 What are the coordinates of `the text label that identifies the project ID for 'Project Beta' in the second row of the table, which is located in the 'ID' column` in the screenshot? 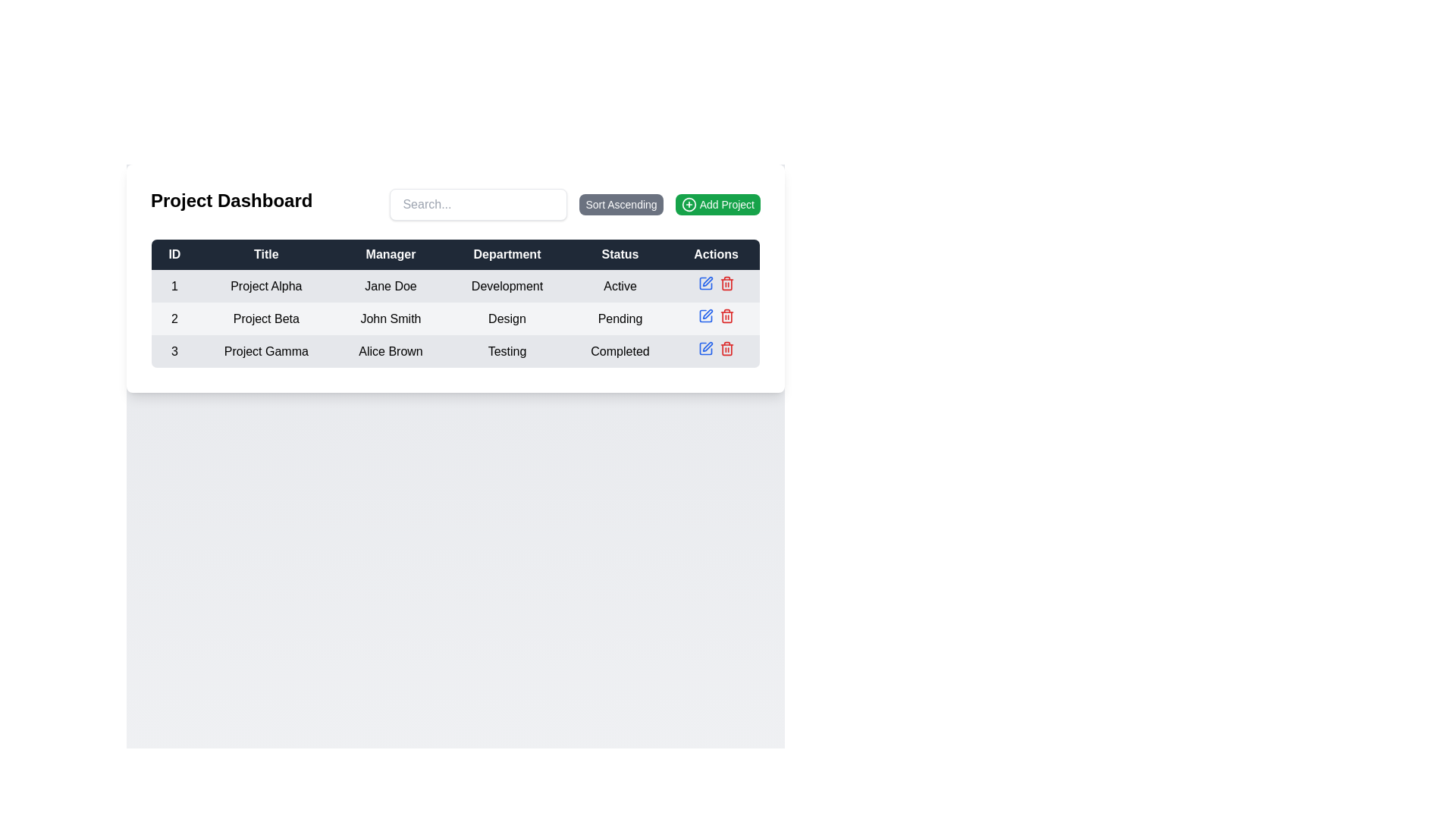 It's located at (174, 318).